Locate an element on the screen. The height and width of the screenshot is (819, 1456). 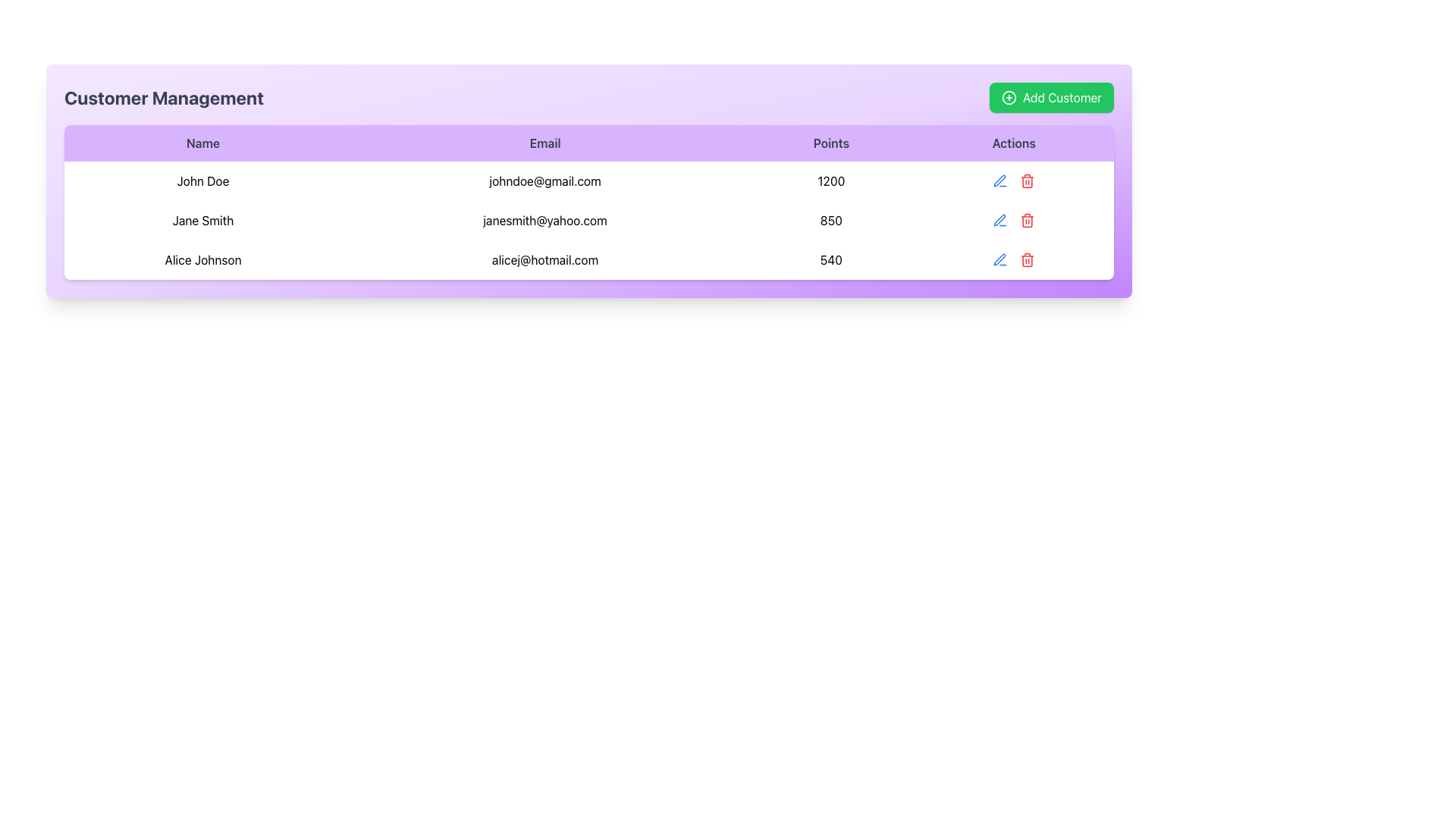
the table cell displaying 'John Doe' in the 'Name' column of the first row by moving the cursor to its center position is located at coordinates (202, 180).